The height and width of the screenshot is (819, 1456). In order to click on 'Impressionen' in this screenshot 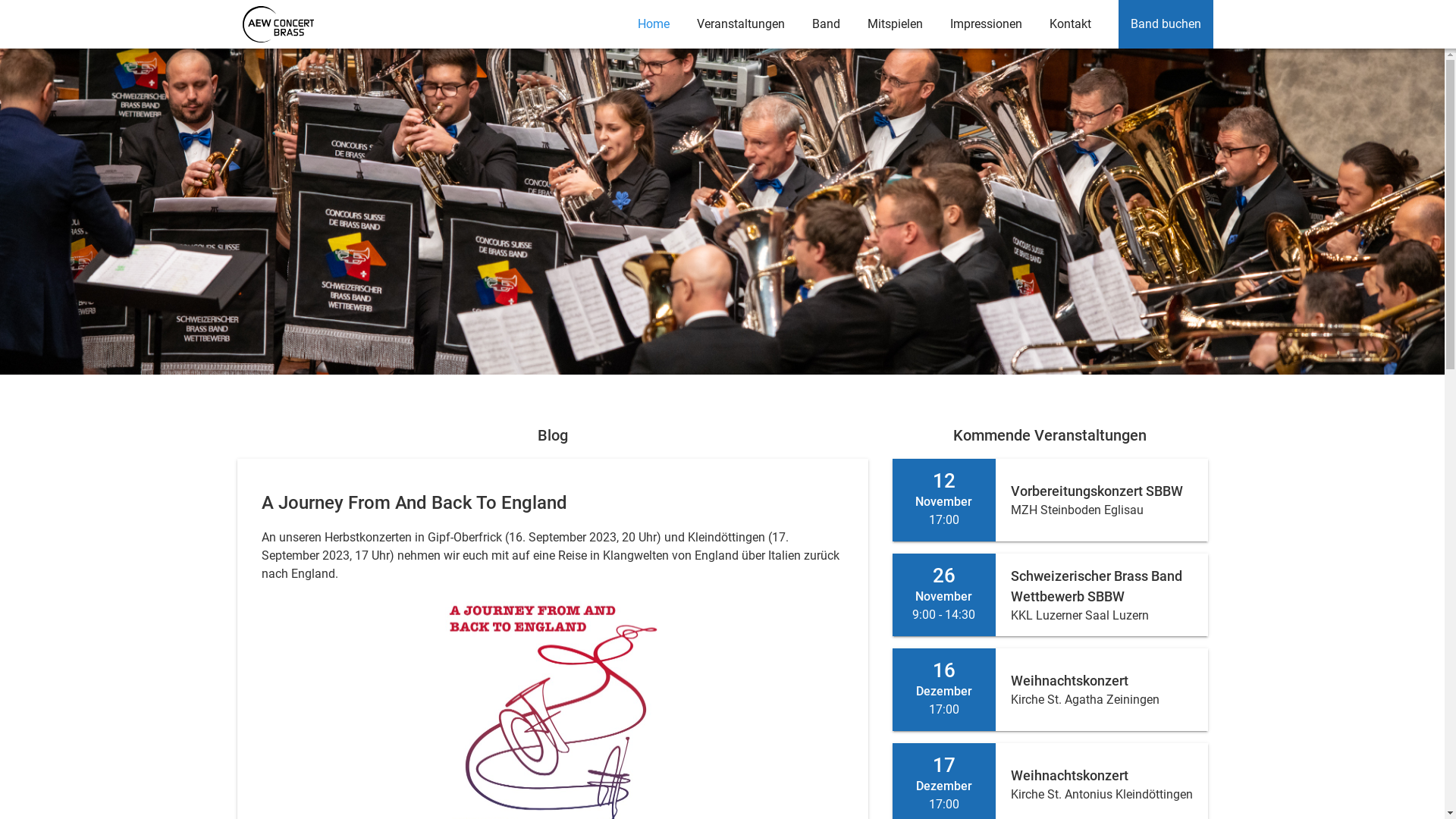, I will do `click(937, 24)`.